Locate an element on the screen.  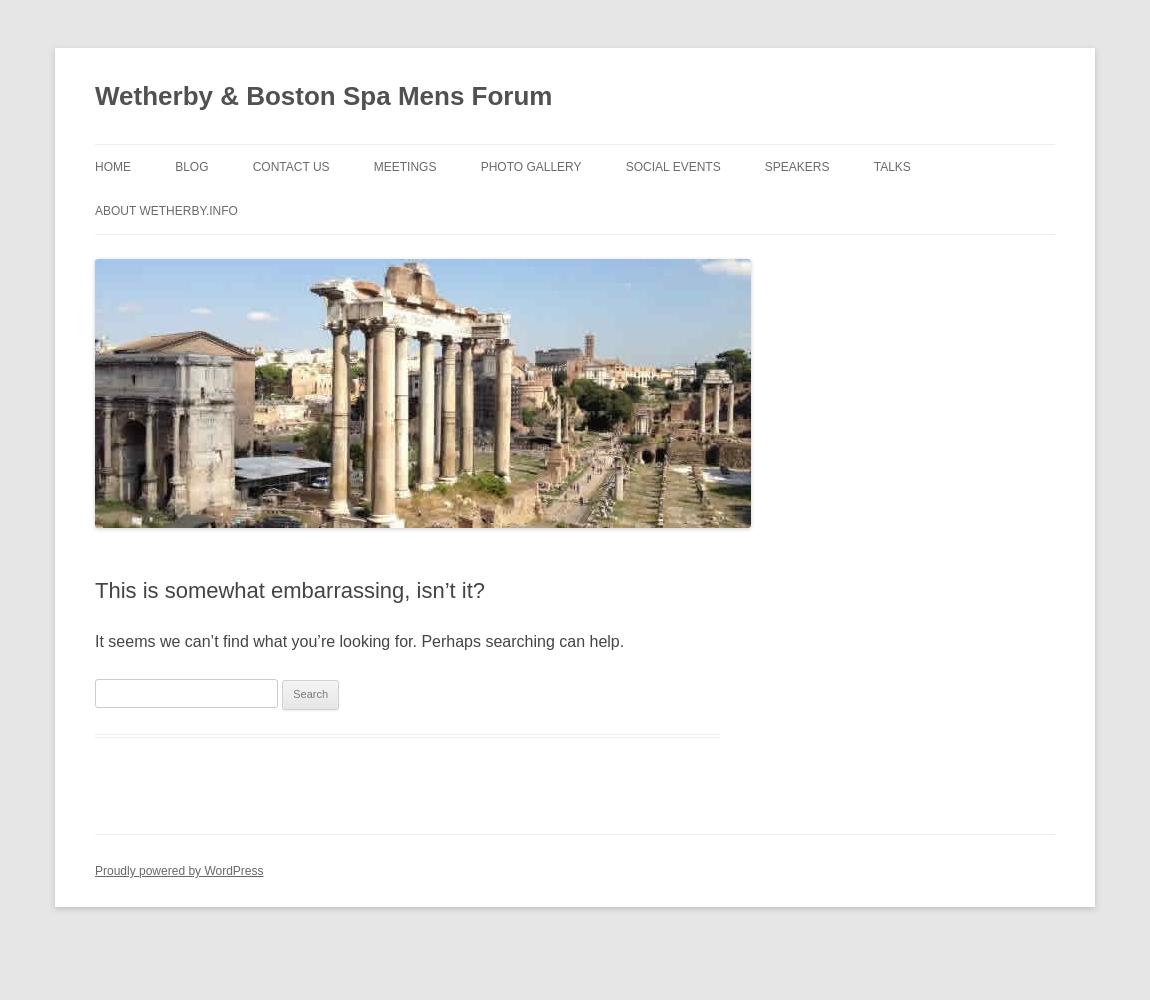
'Proudly powered by WordPress' is located at coordinates (178, 870).